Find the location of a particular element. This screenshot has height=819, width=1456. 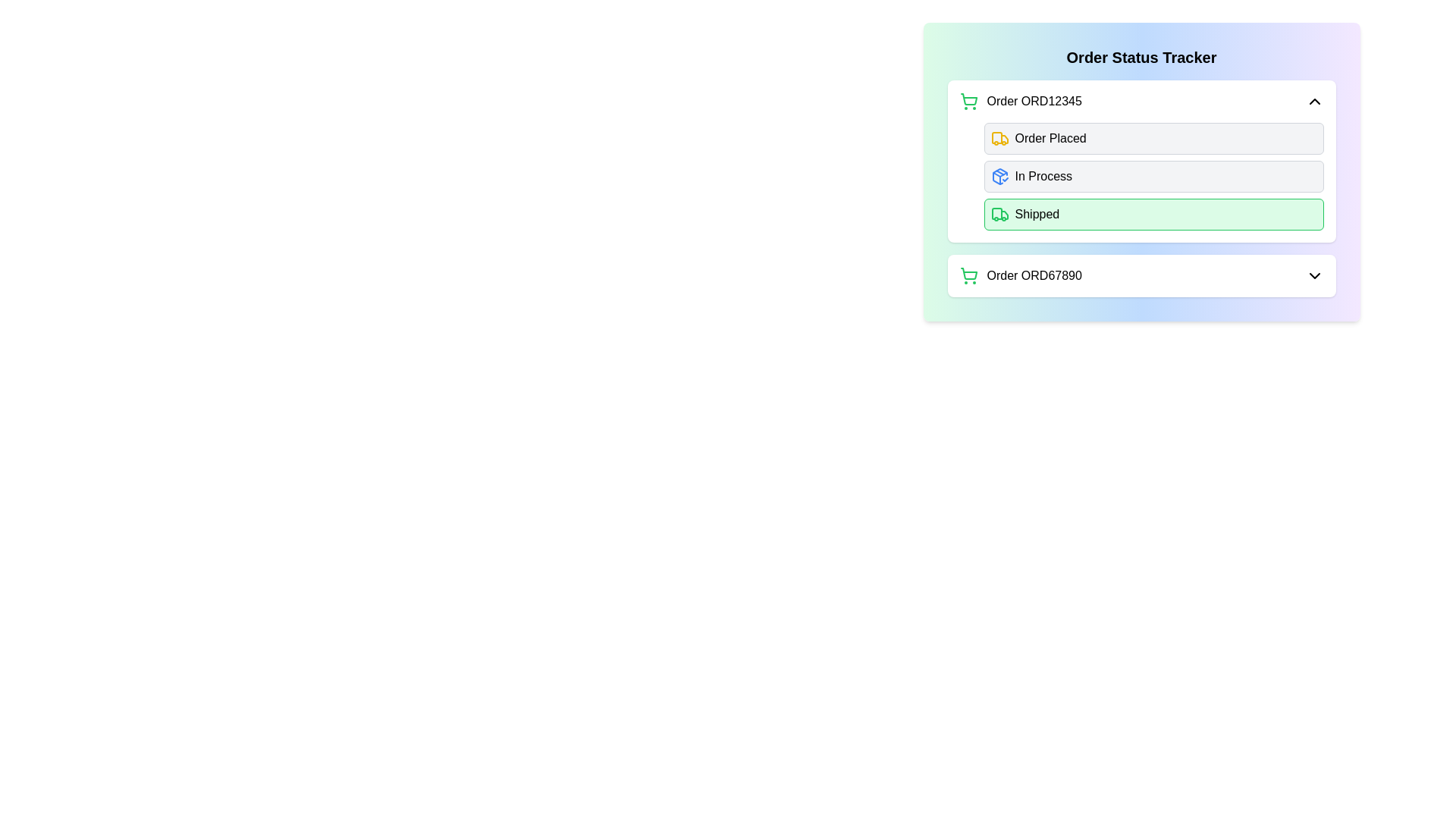

the status of a specific milestone by selecting the milestone Shipped is located at coordinates (999, 214).